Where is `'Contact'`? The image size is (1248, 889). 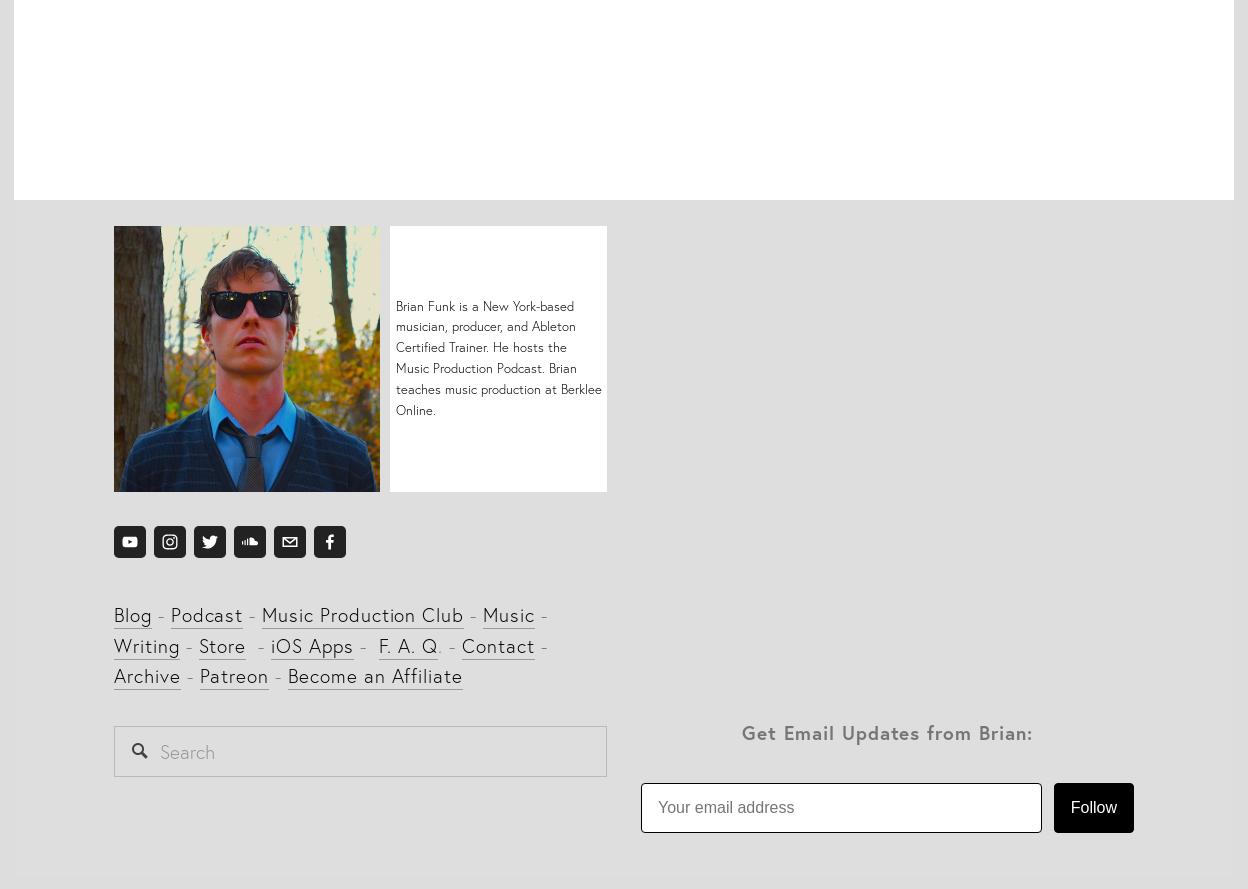
'Contact' is located at coordinates (461, 644).